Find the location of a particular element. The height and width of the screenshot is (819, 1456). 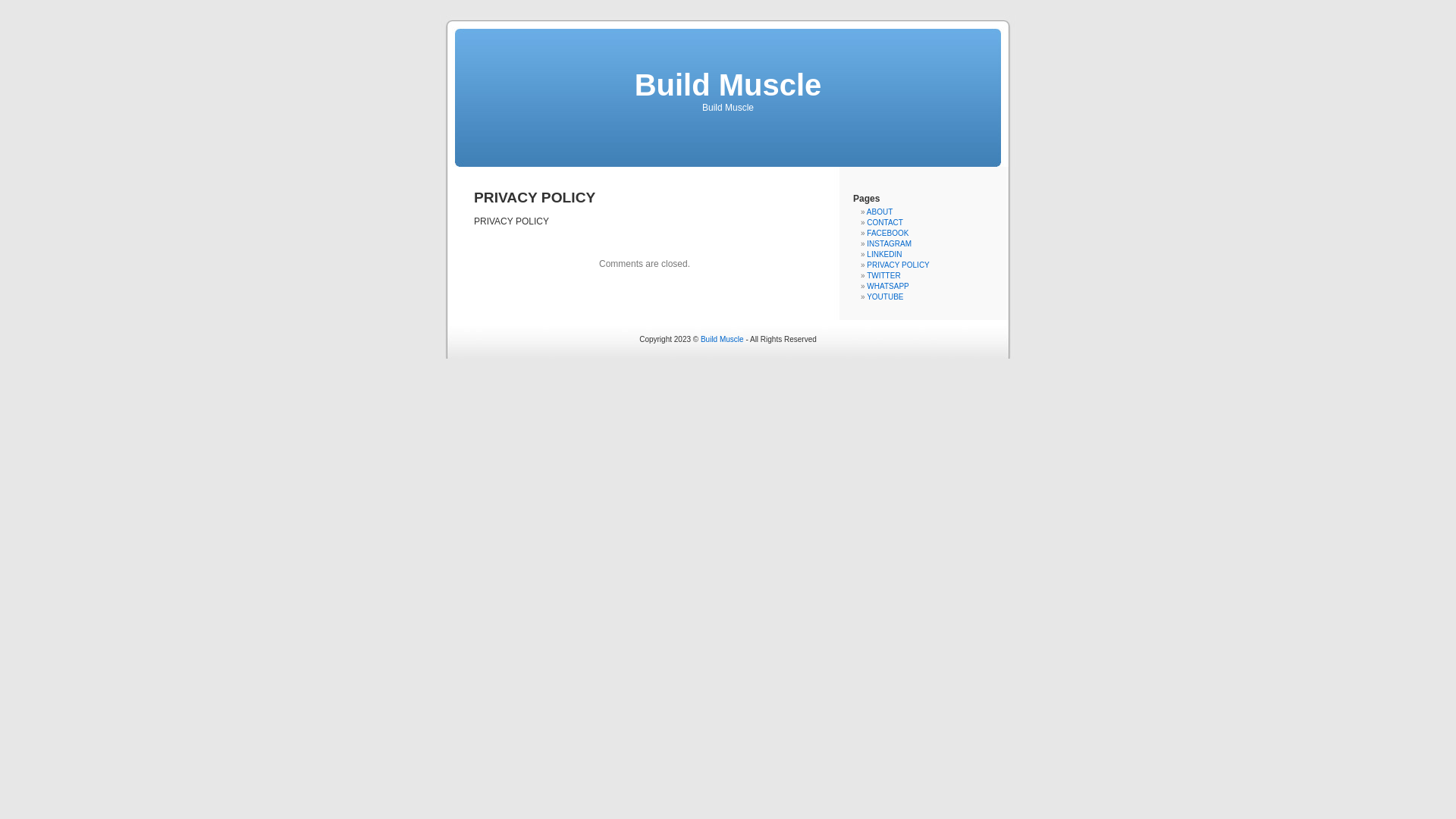

'Build Muscle' is located at coordinates (728, 84).